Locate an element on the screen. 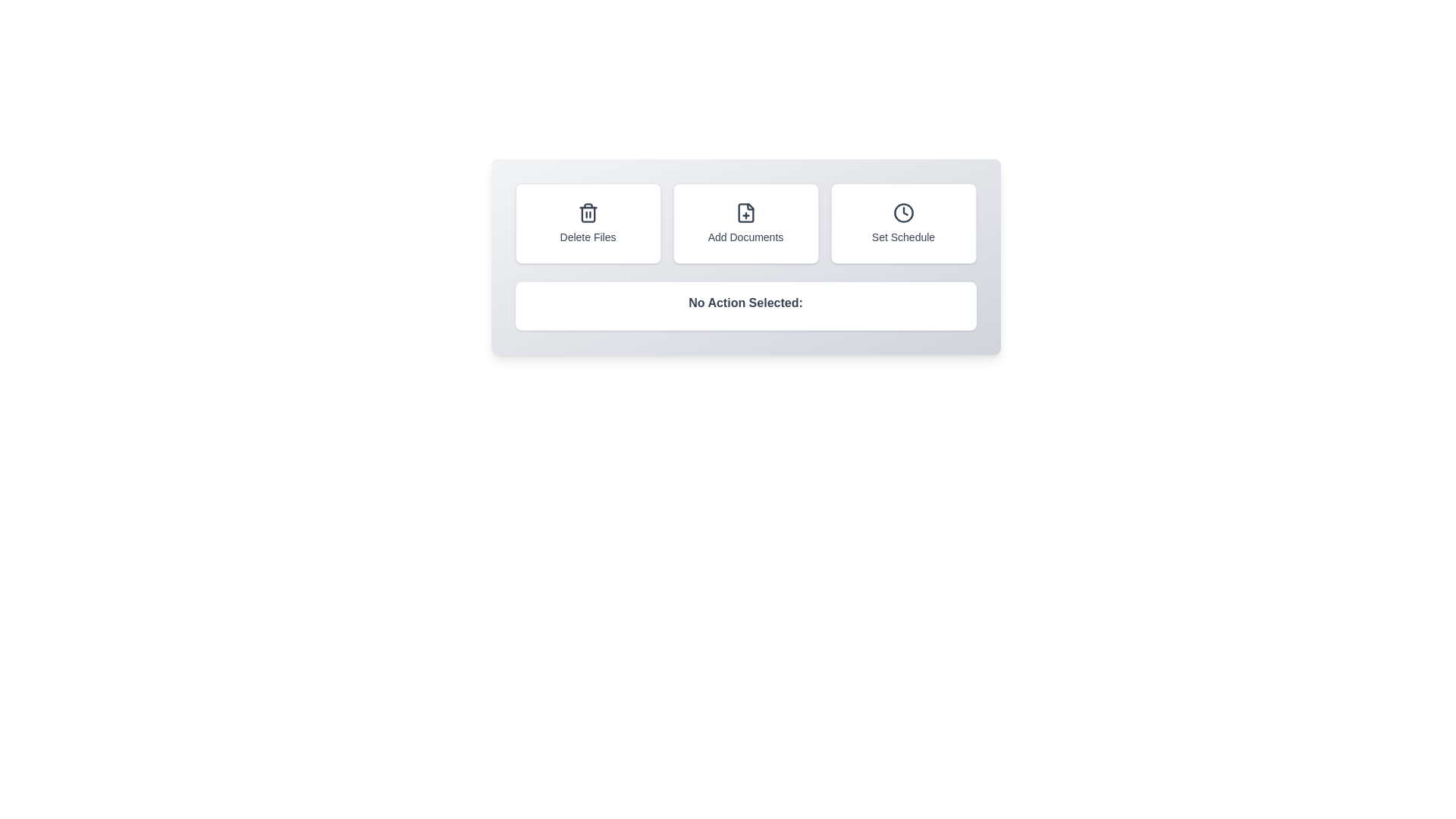 The height and width of the screenshot is (819, 1456). the trash can icon located above the 'Delete Files' label within the white, bordered panel is located at coordinates (587, 213).